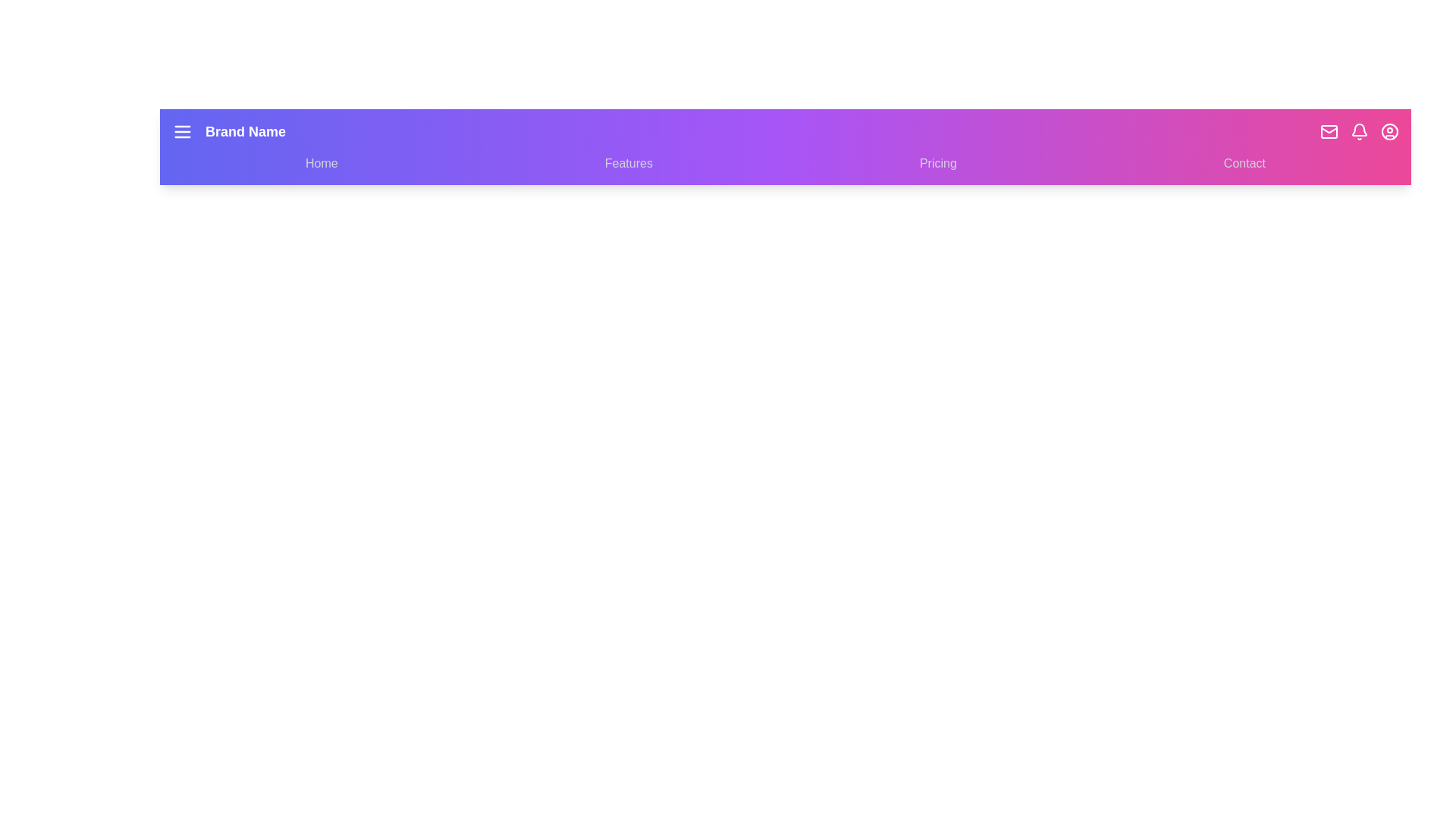 This screenshot has width=1456, height=819. What do you see at coordinates (1244, 164) in the screenshot?
I see `the navigation link labeled Contact` at bounding box center [1244, 164].